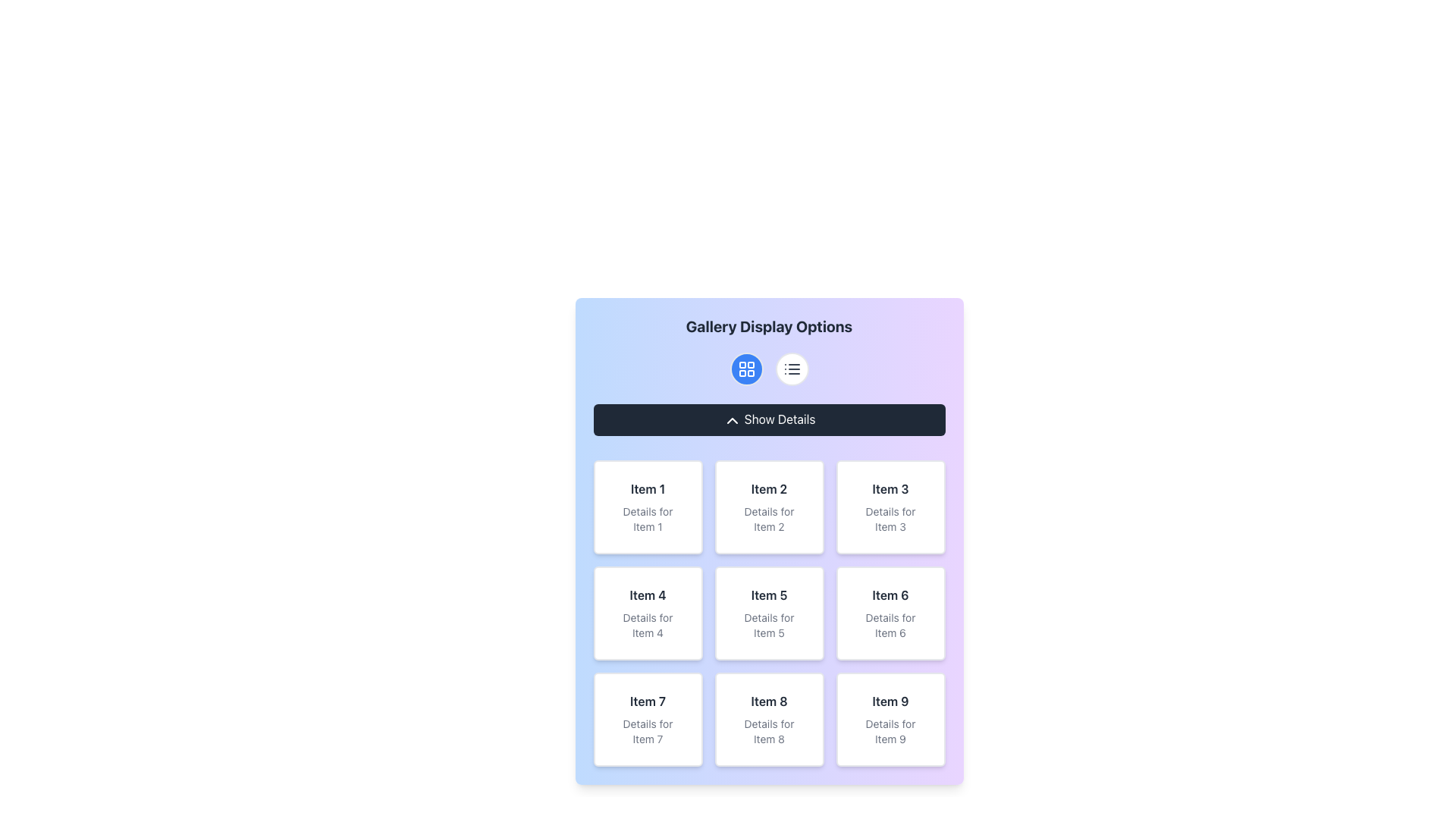 This screenshot has width=1456, height=819. What do you see at coordinates (791, 369) in the screenshot?
I see `the toggle button icon resembling a list layout` at bounding box center [791, 369].